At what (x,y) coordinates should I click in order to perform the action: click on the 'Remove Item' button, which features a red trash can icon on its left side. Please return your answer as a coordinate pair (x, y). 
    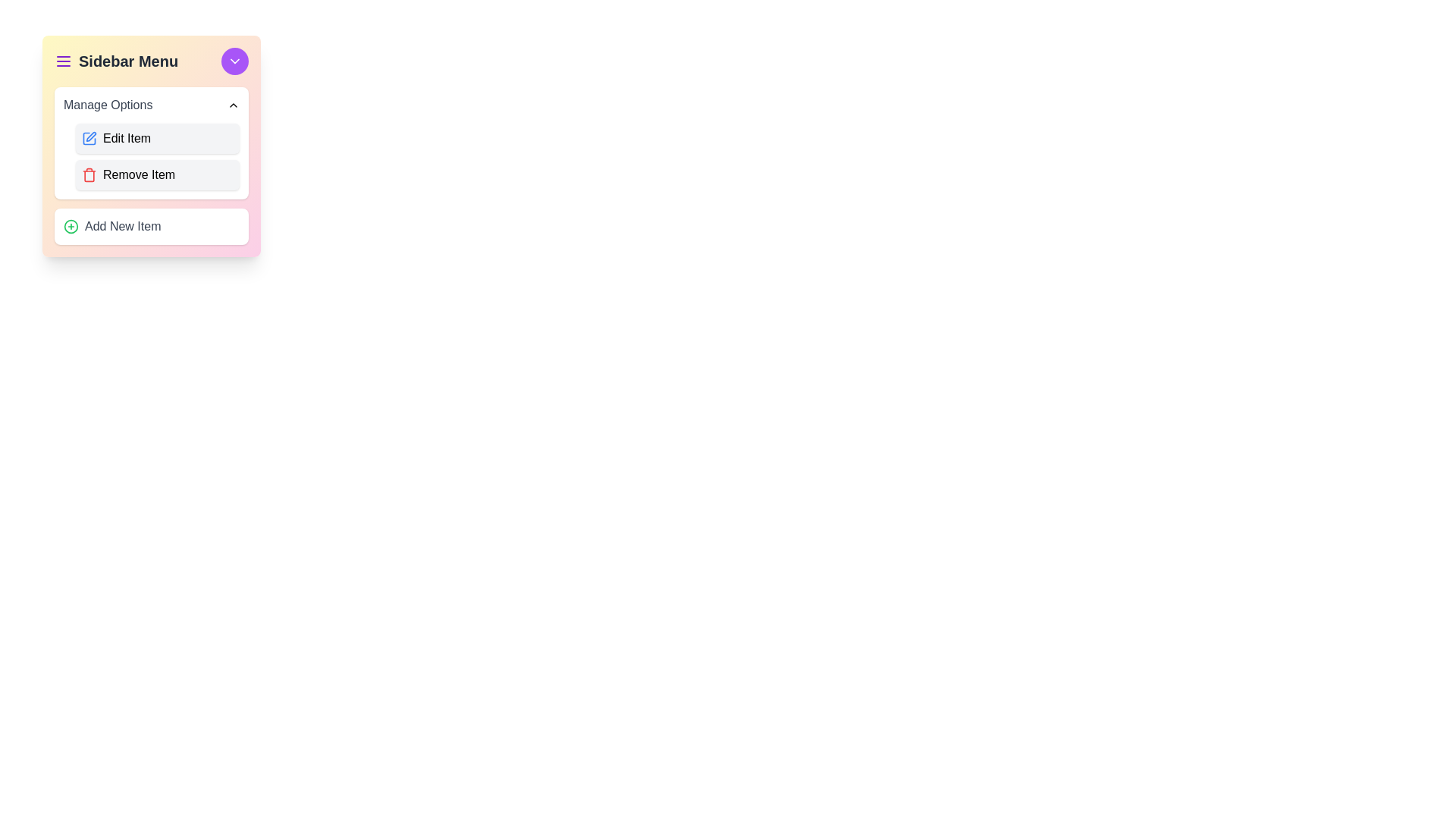
    Looking at the image, I should click on (89, 174).